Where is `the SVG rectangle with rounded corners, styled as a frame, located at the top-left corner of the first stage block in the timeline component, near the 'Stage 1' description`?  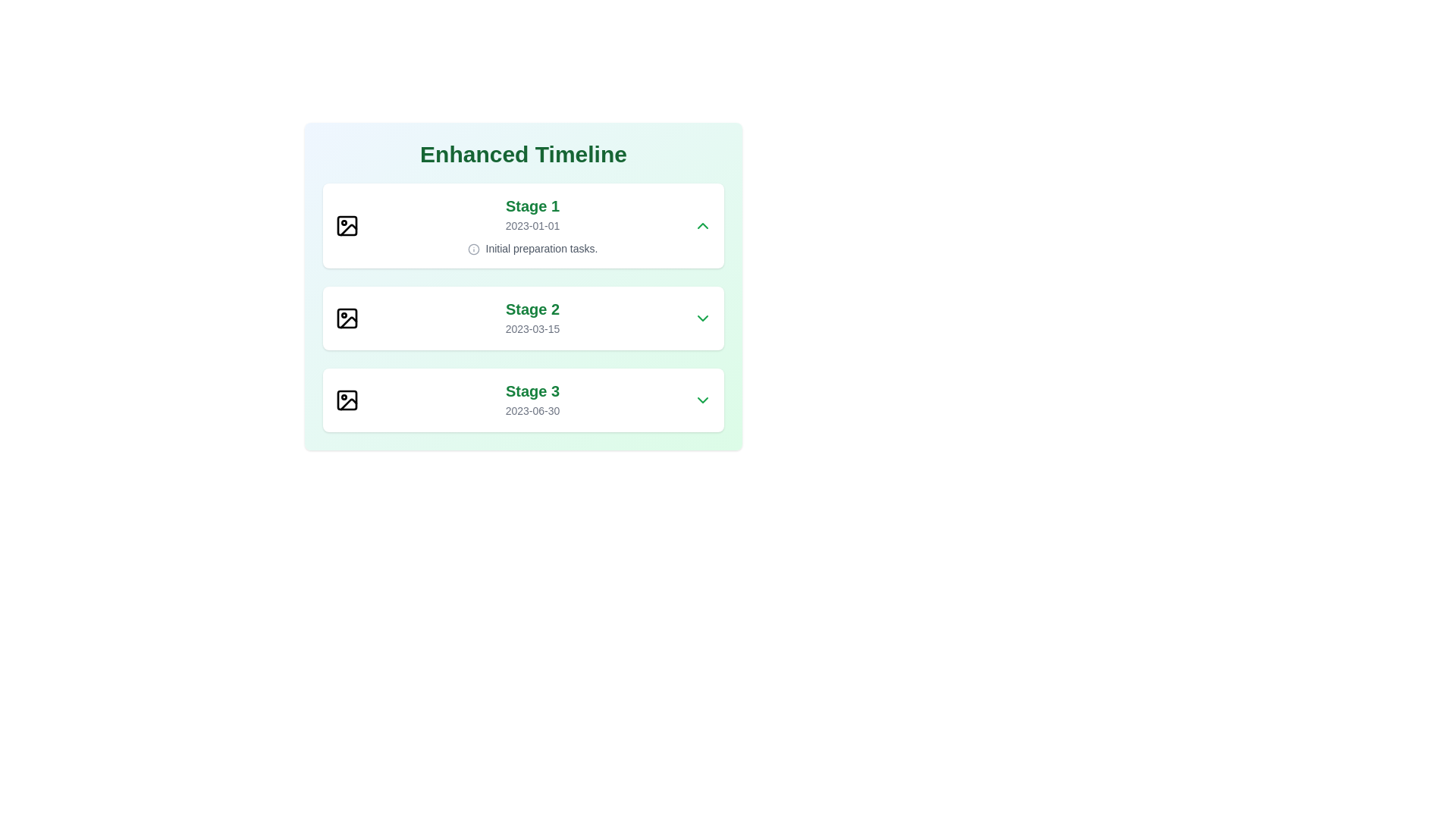
the SVG rectangle with rounded corners, styled as a frame, located at the top-left corner of the first stage block in the timeline component, near the 'Stage 1' description is located at coordinates (346, 225).